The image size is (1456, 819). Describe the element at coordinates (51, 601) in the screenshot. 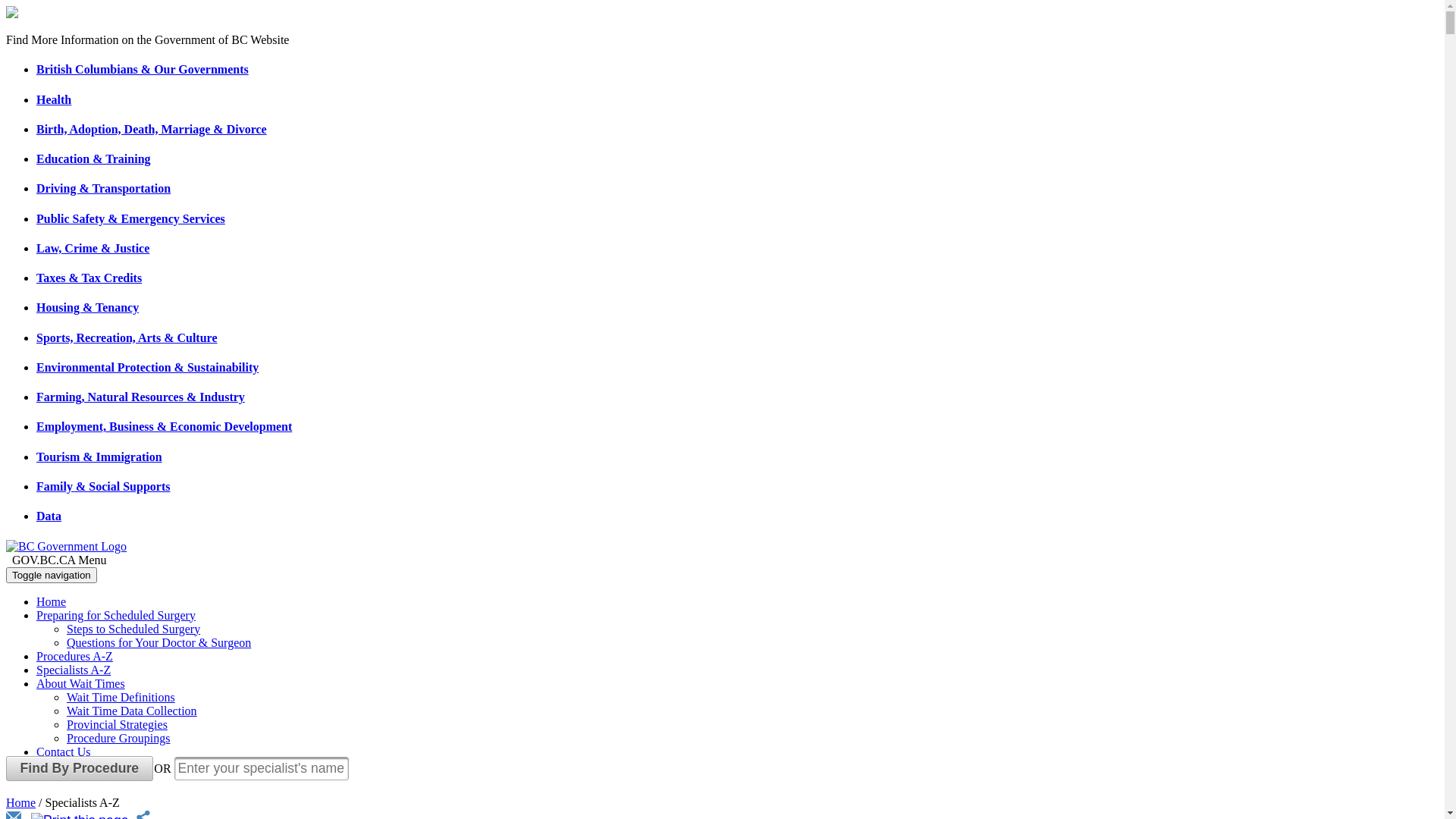

I see `'Home'` at that location.